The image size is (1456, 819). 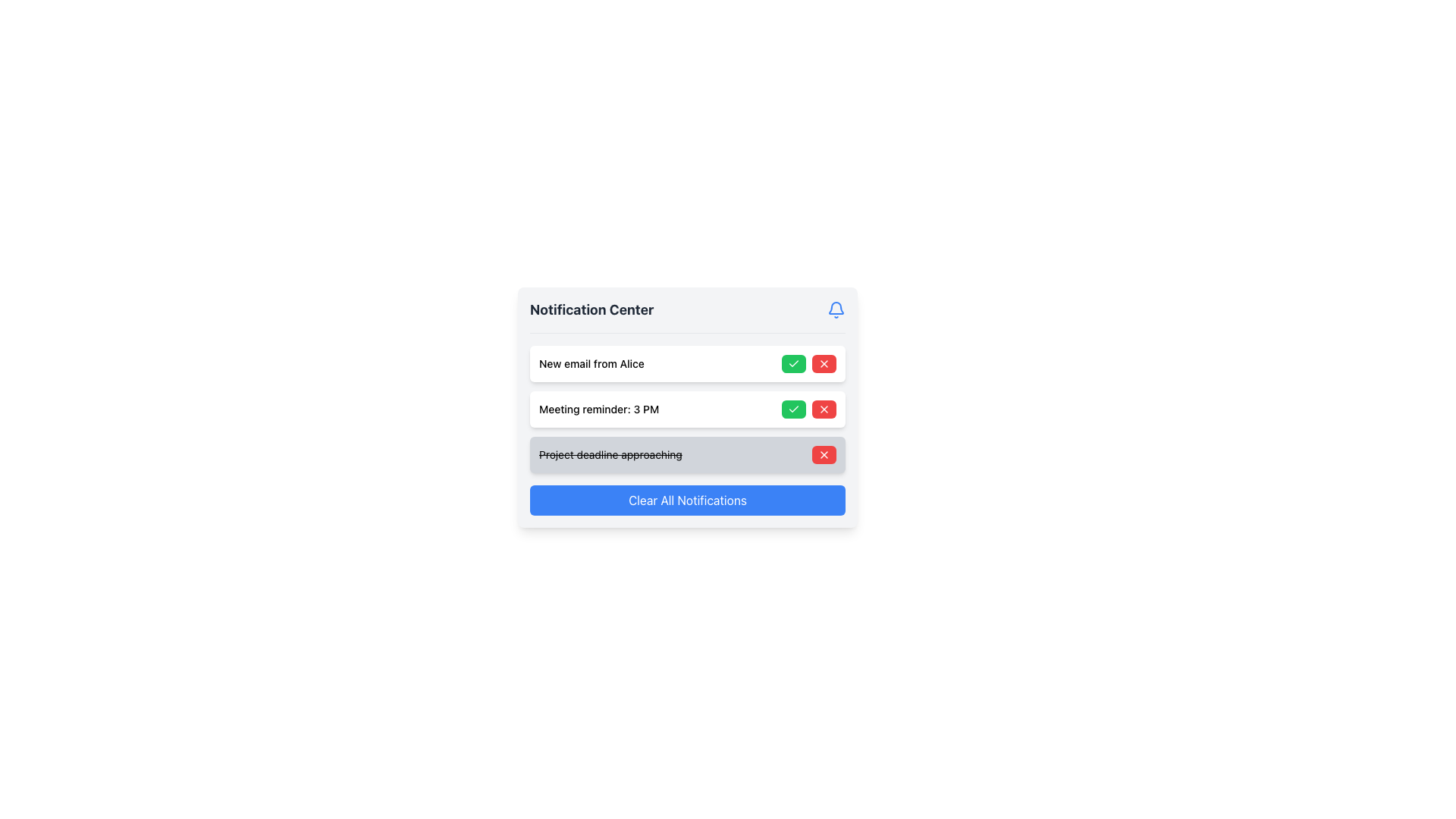 What do you see at coordinates (687, 409) in the screenshot?
I see `the green button in the second notification item in the Notification Center to mark it as completed` at bounding box center [687, 409].